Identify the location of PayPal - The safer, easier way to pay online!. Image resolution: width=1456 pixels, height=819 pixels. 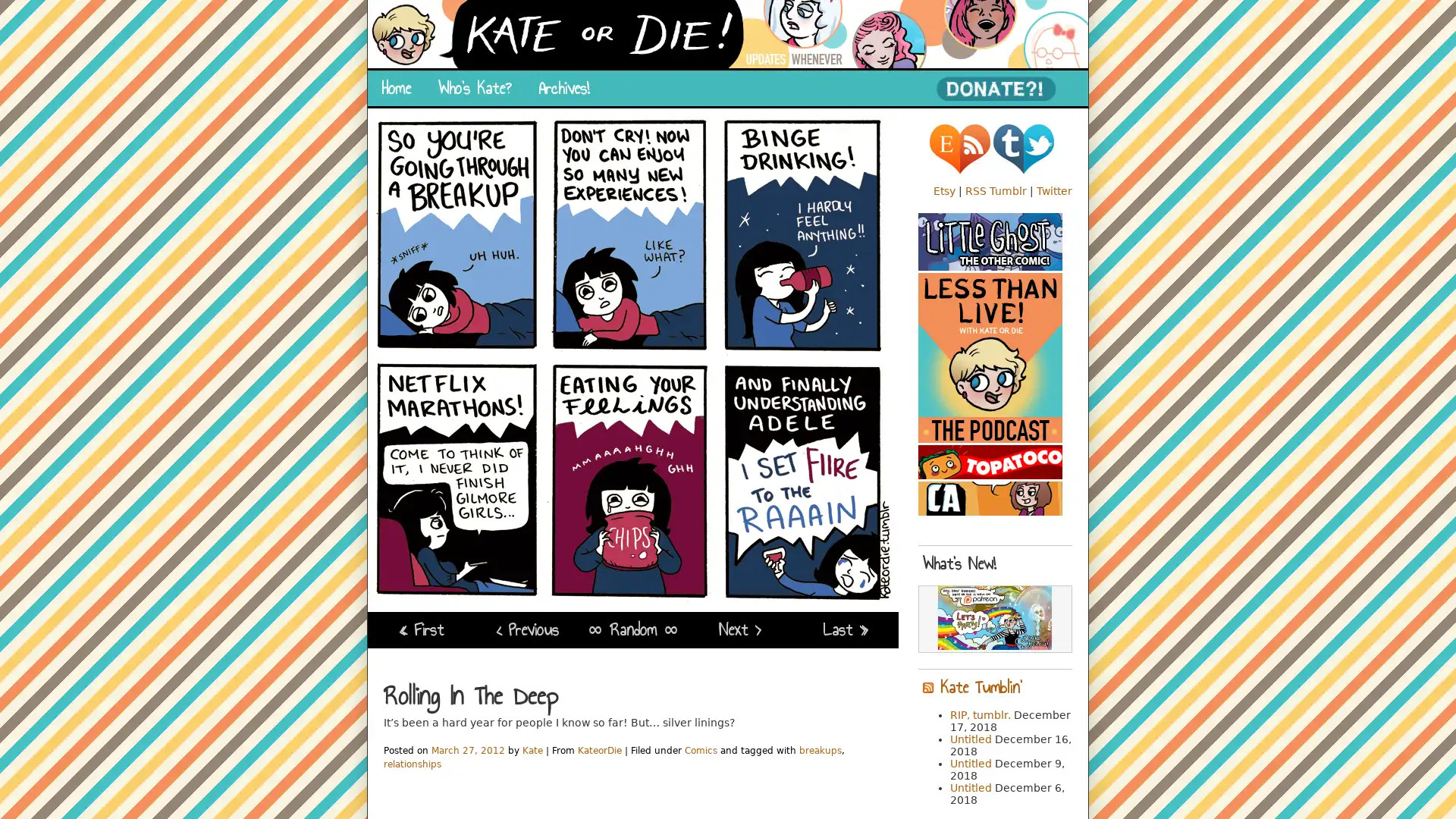
(995, 89).